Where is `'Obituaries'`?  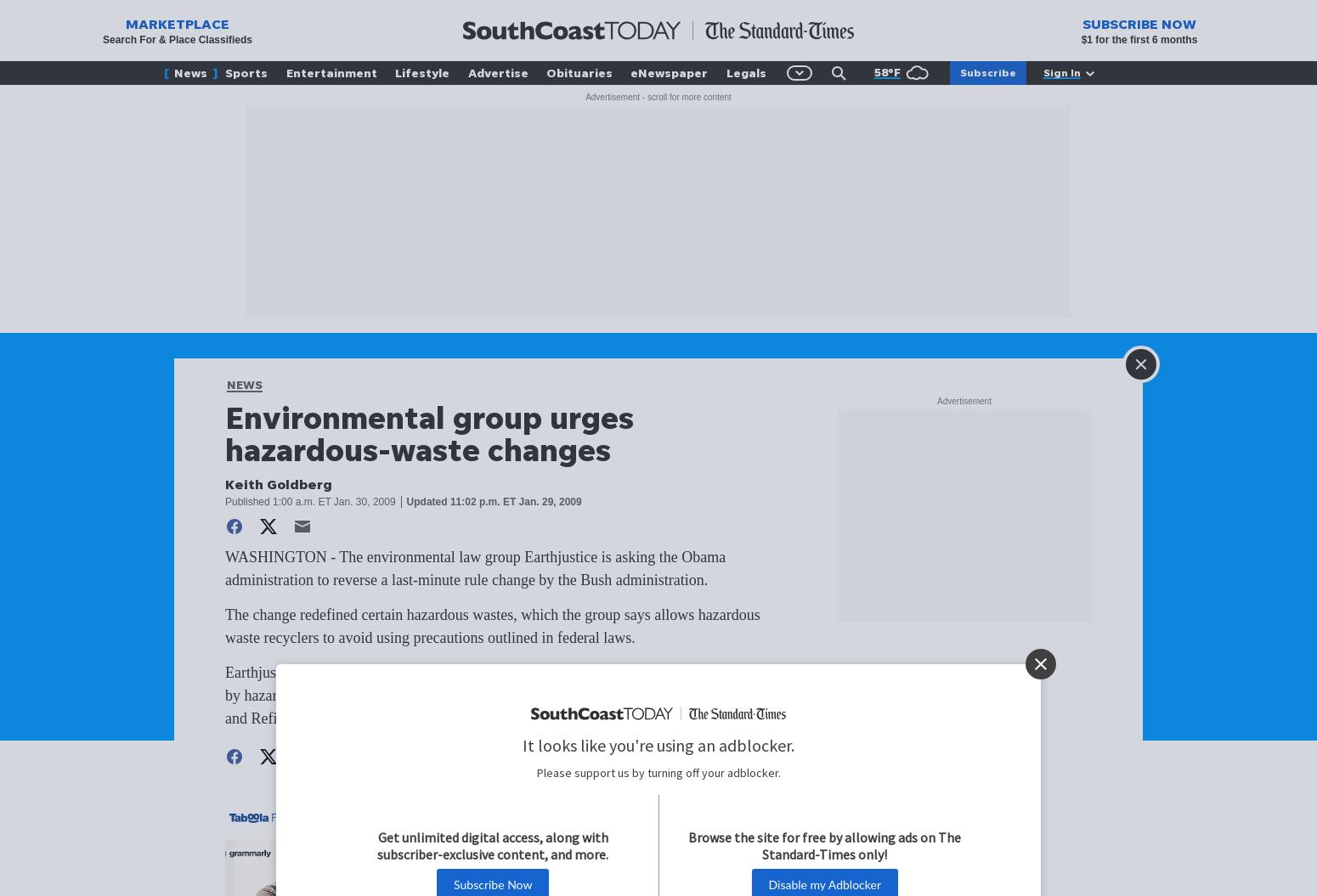
'Obituaries' is located at coordinates (579, 71).